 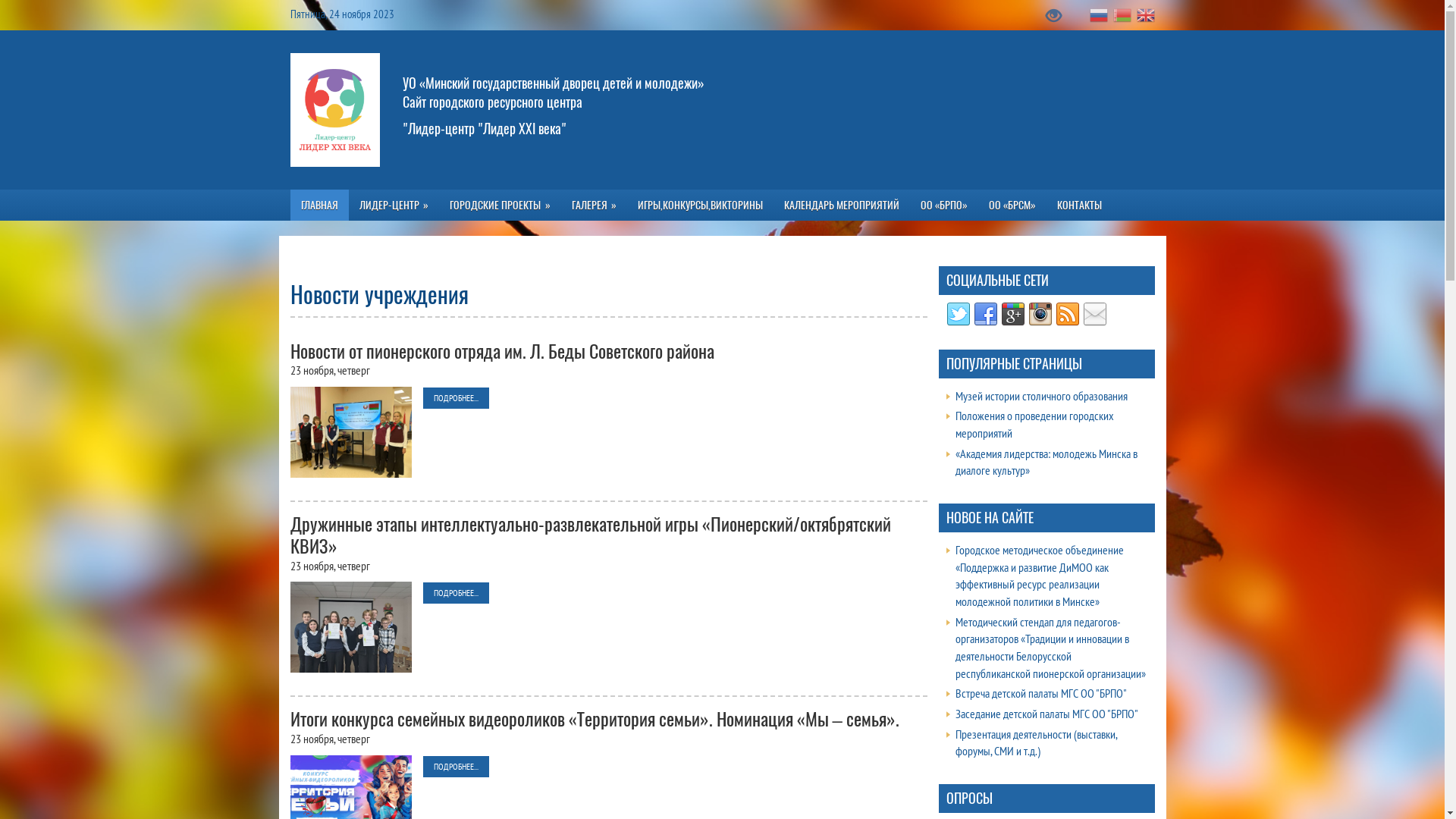 What do you see at coordinates (1012, 312) in the screenshot?
I see `'Google Plus'` at bounding box center [1012, 312].